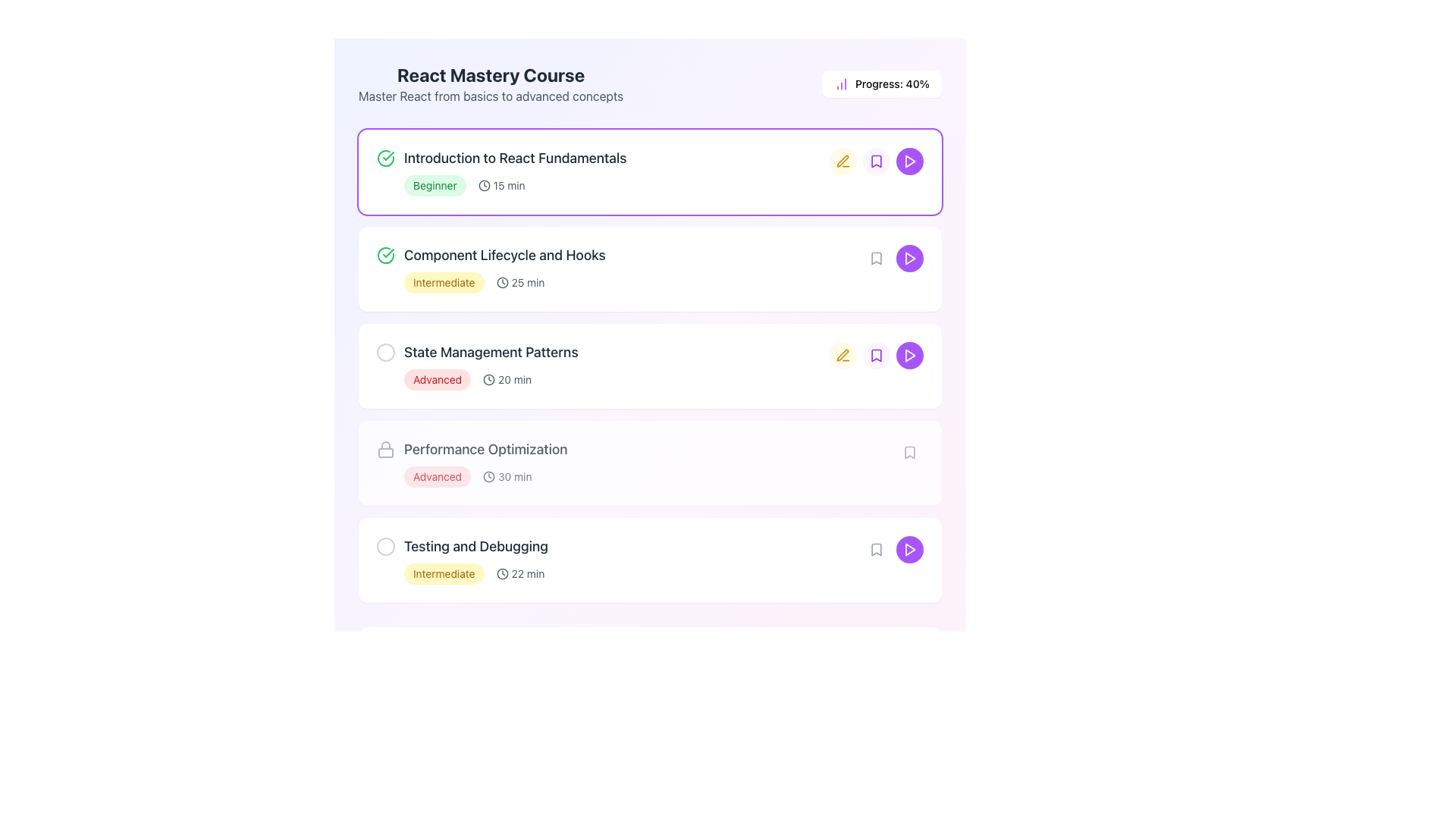  What do you see at coordinates (650, 366) in the screenshot?
I see `the third card element in the vertical list of educational resource cards` at bounding box center [650, 366].